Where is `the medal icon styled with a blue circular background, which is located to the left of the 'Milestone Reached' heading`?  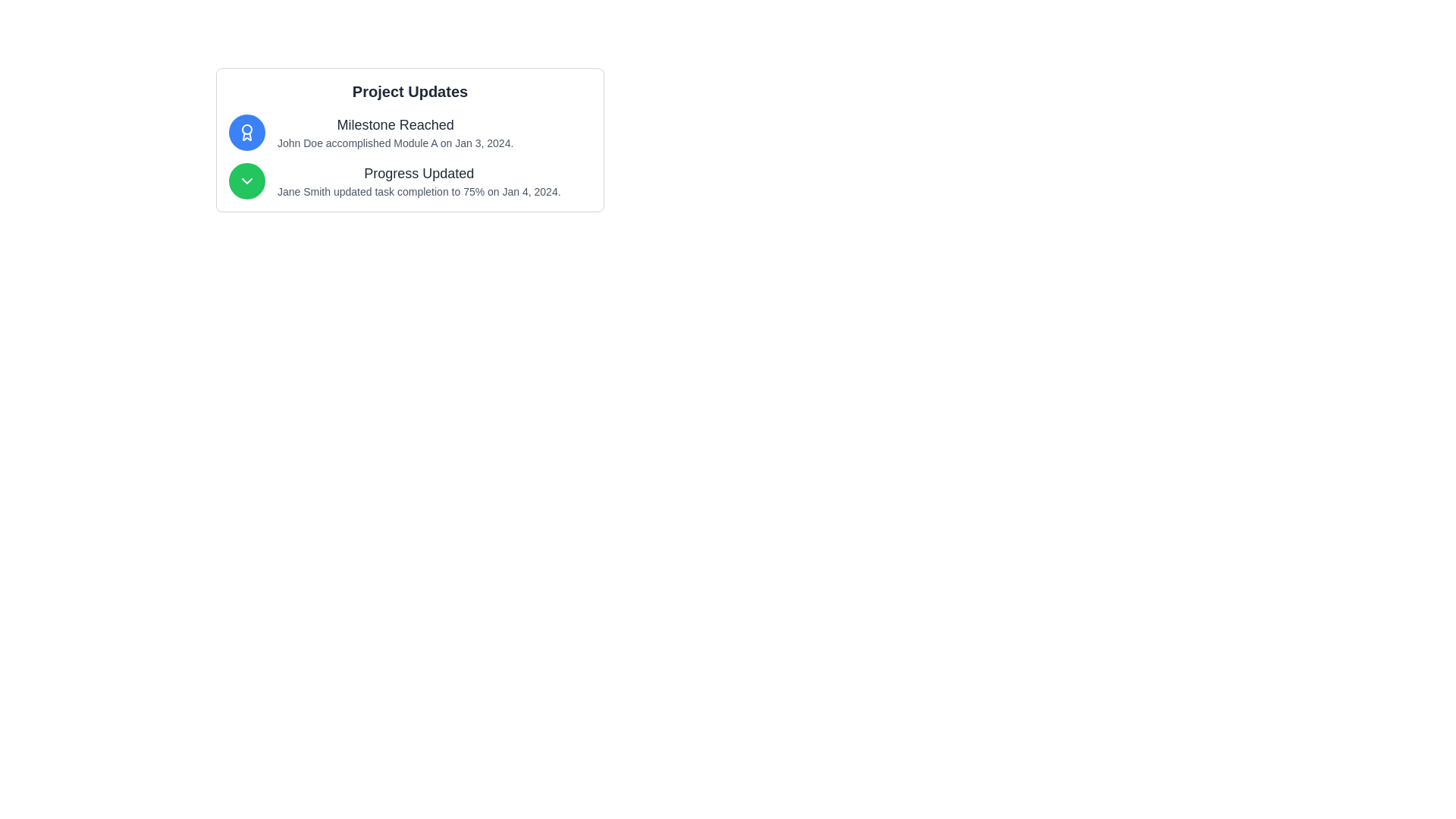 the medal icon styled with a blue circular background, which is located to the left of the 'Milestone Reached' heading is located at coordinates (247, 131).